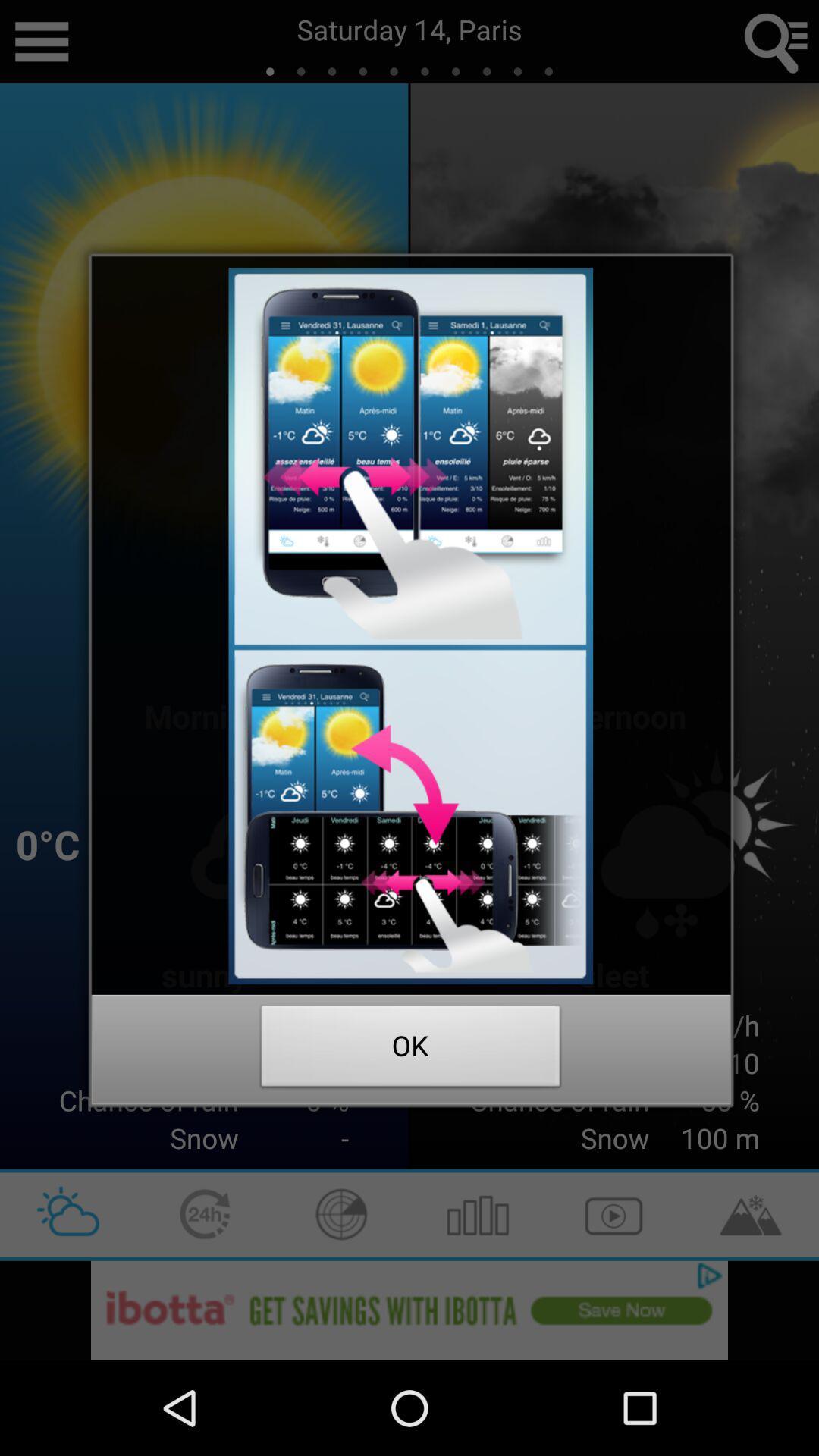 The width and height of the screenshot is (819, 1456). Describe the element at coordinates (410, 1050) in the screenshot. I see `icon at the bottom` at that location.